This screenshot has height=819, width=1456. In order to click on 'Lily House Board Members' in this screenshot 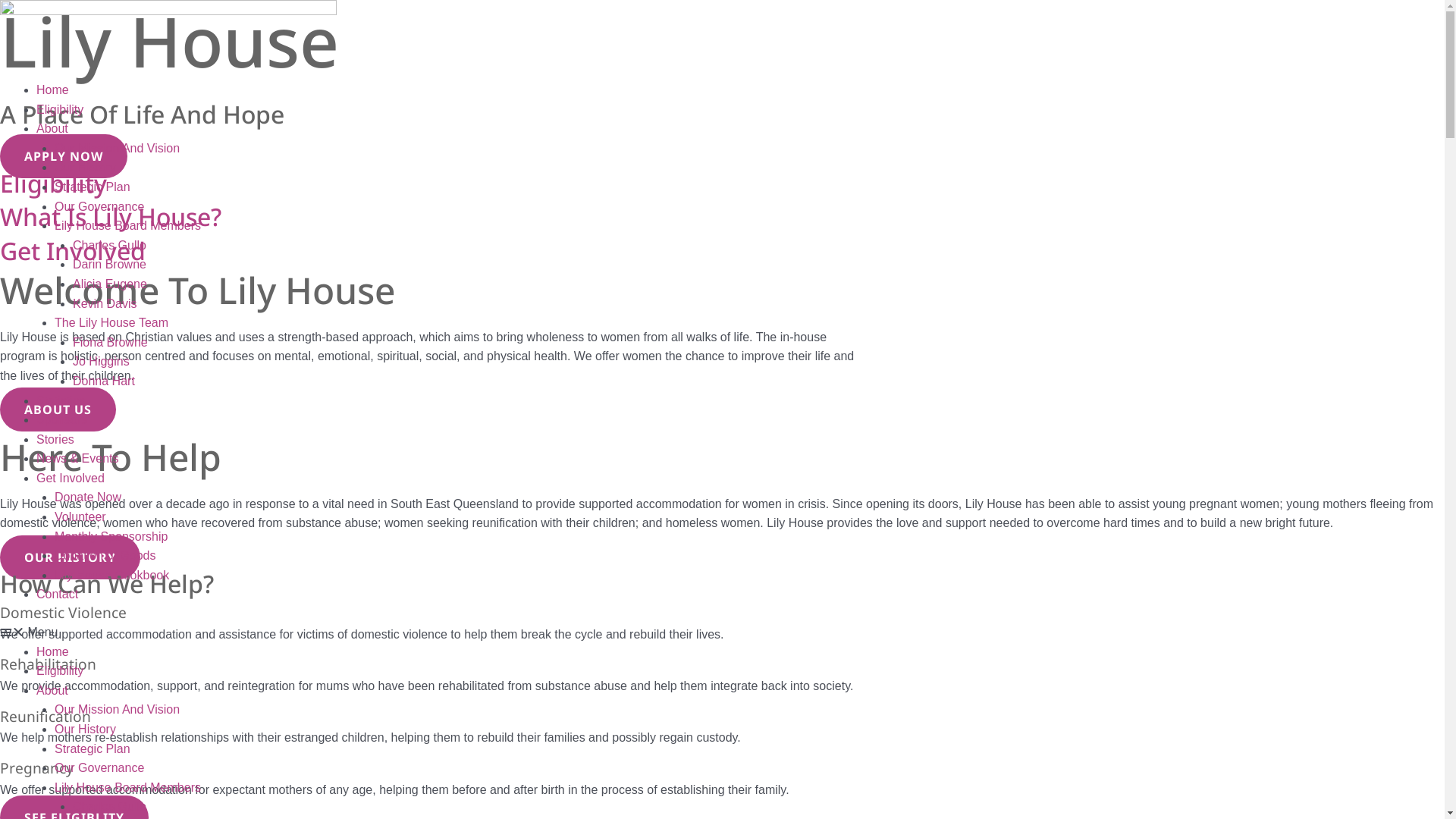, I will do `click(127, 786)`.